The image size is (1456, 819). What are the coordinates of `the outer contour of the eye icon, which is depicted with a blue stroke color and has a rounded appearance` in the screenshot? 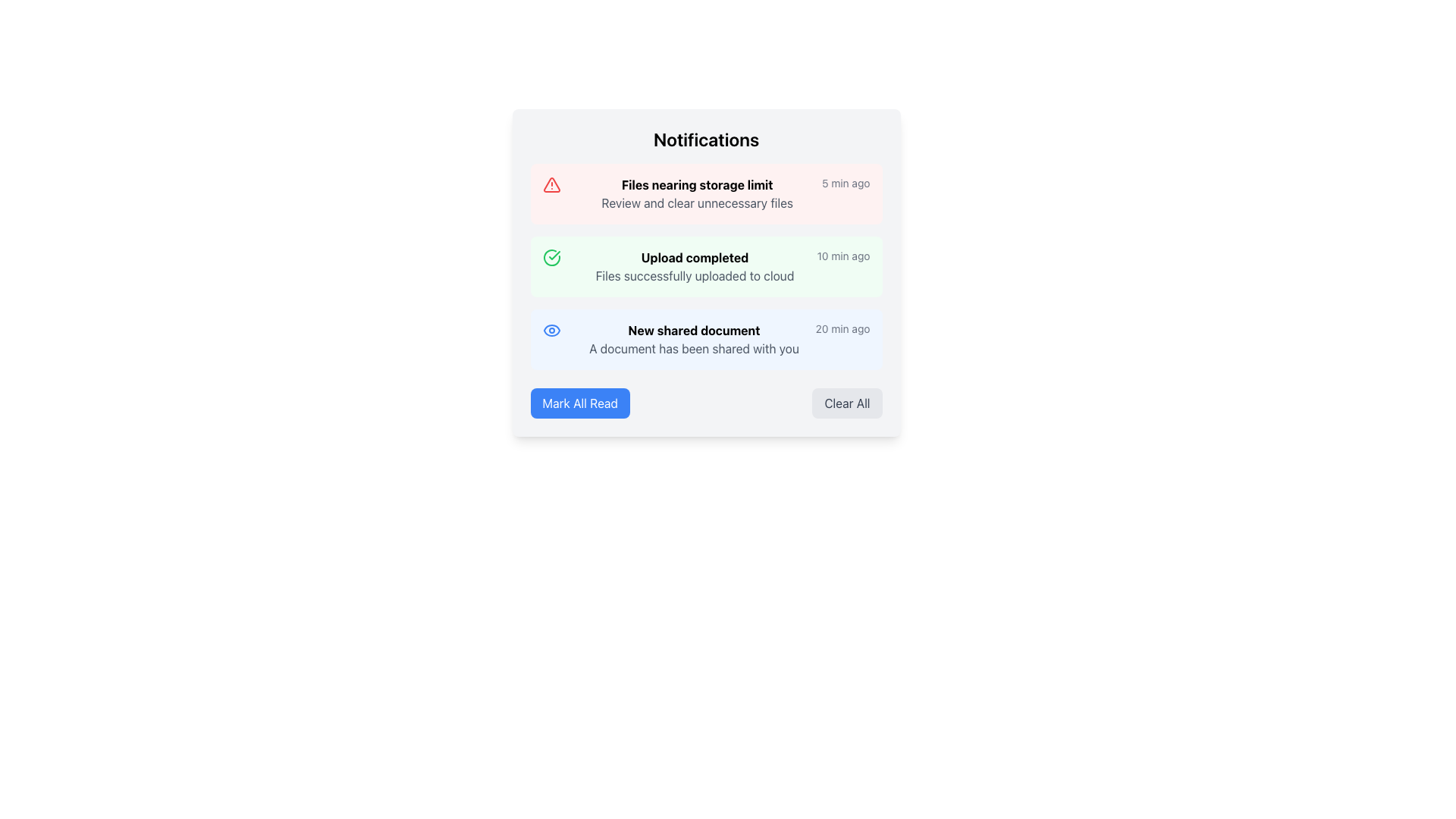 It's located at (551, 329).